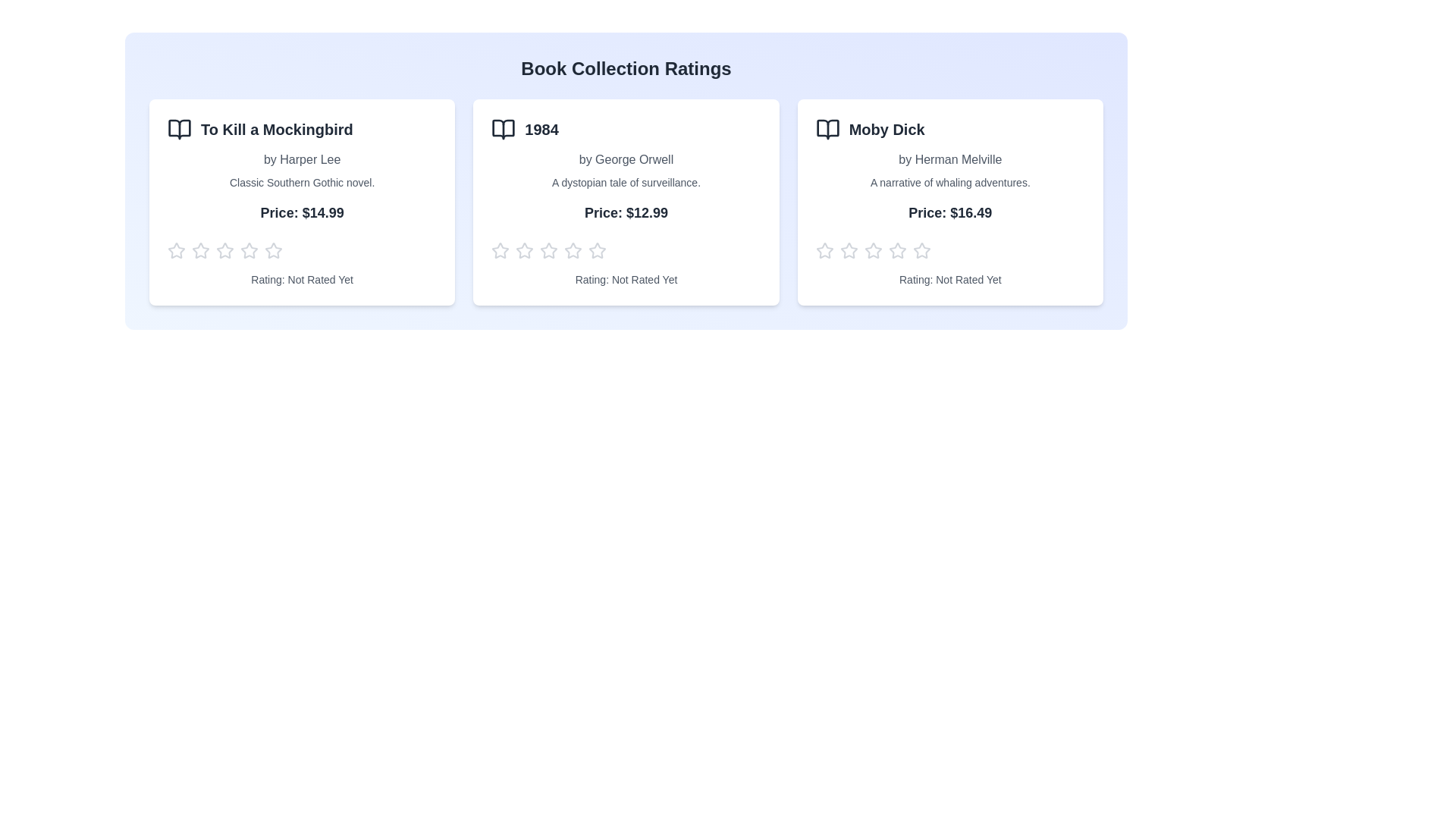 The image size is (1456, 819). I want to click on the book card for To Kill a Mockingbird, so click(302, 201).